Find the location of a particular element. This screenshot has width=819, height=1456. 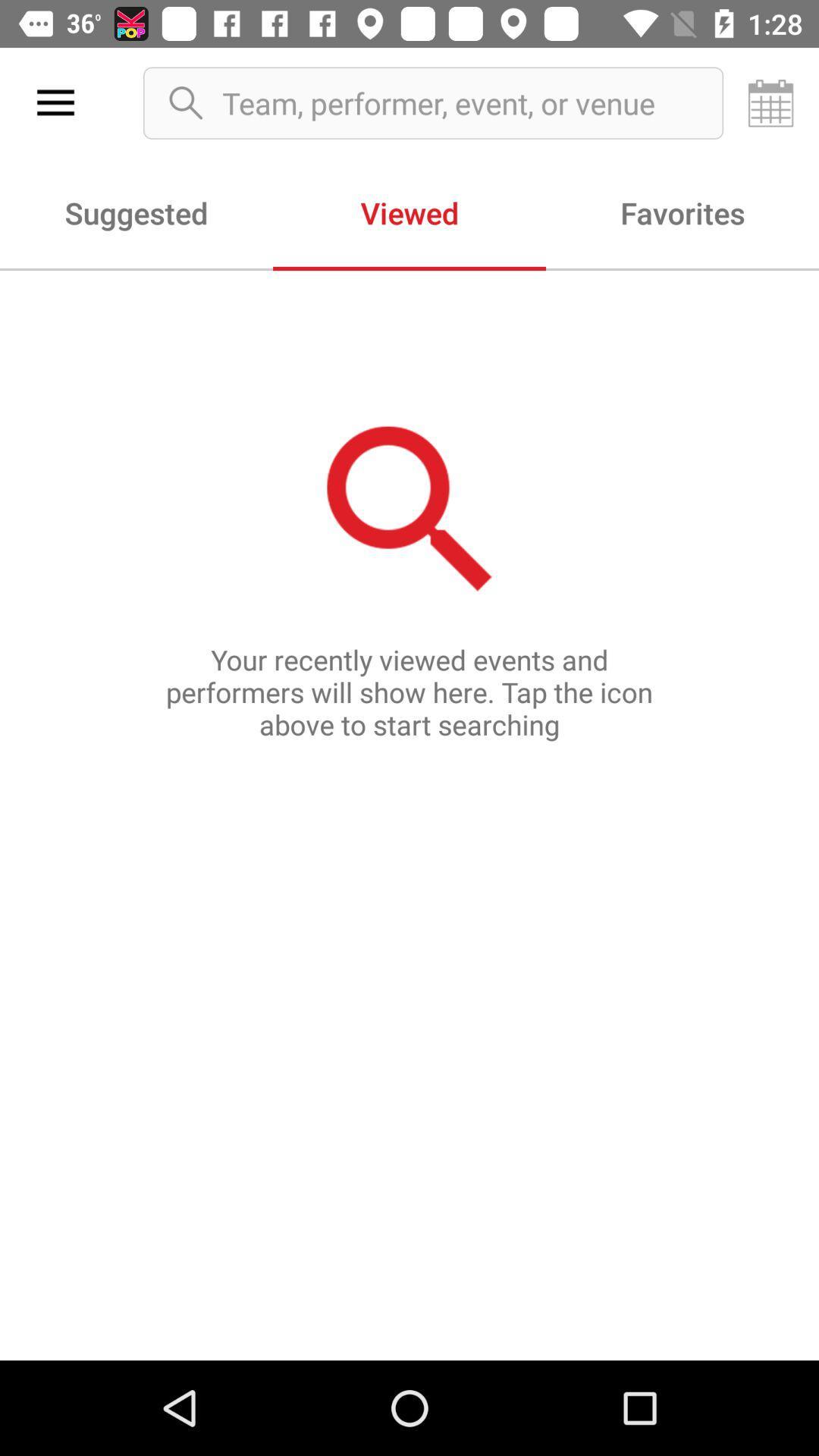

item to the right of the viewed icon is located at coordinates (681, 212).